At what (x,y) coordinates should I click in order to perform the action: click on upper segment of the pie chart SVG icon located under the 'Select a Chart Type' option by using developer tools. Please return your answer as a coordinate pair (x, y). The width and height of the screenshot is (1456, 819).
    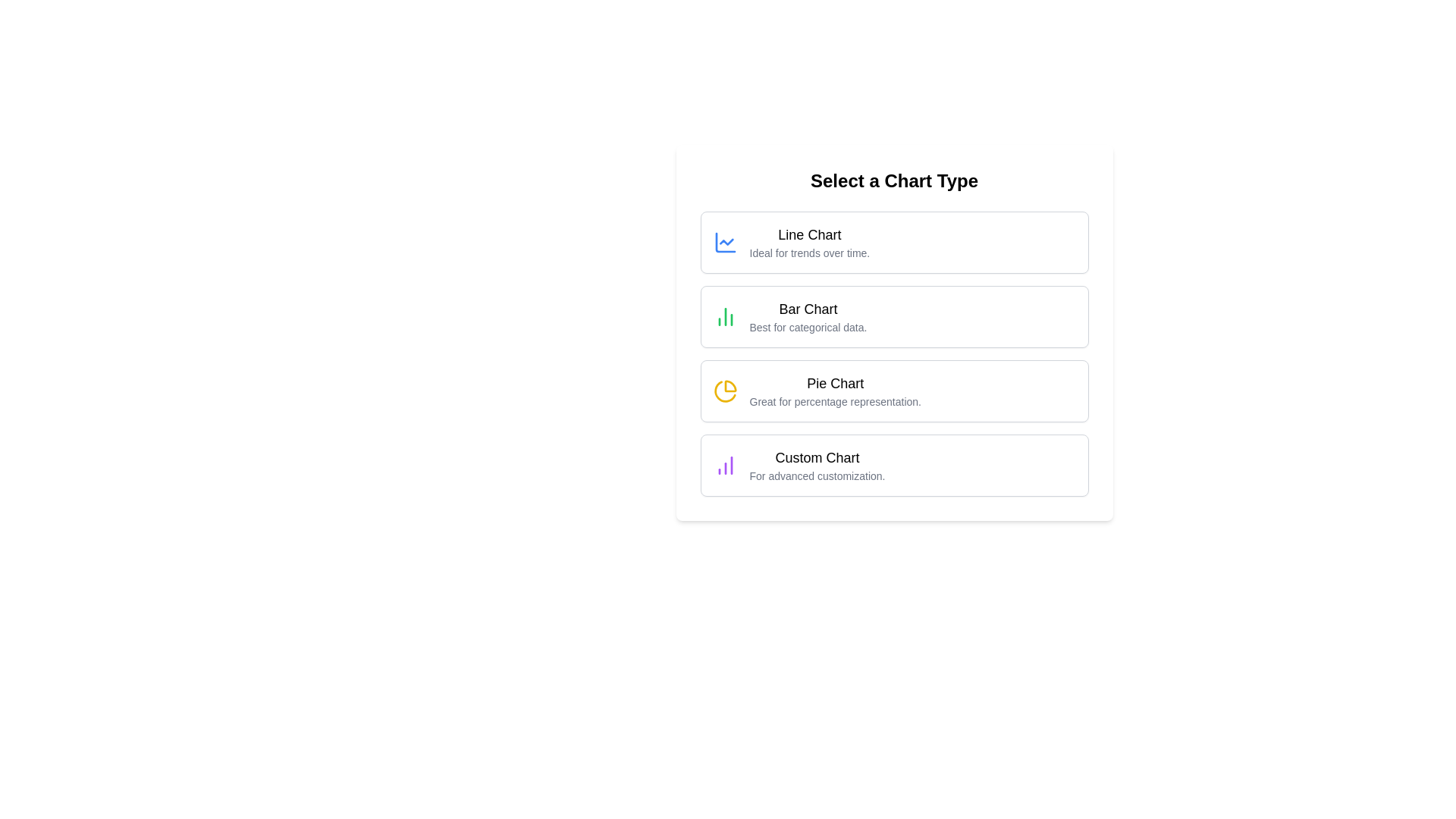
    Looking at the image, I should click on (730, 385).